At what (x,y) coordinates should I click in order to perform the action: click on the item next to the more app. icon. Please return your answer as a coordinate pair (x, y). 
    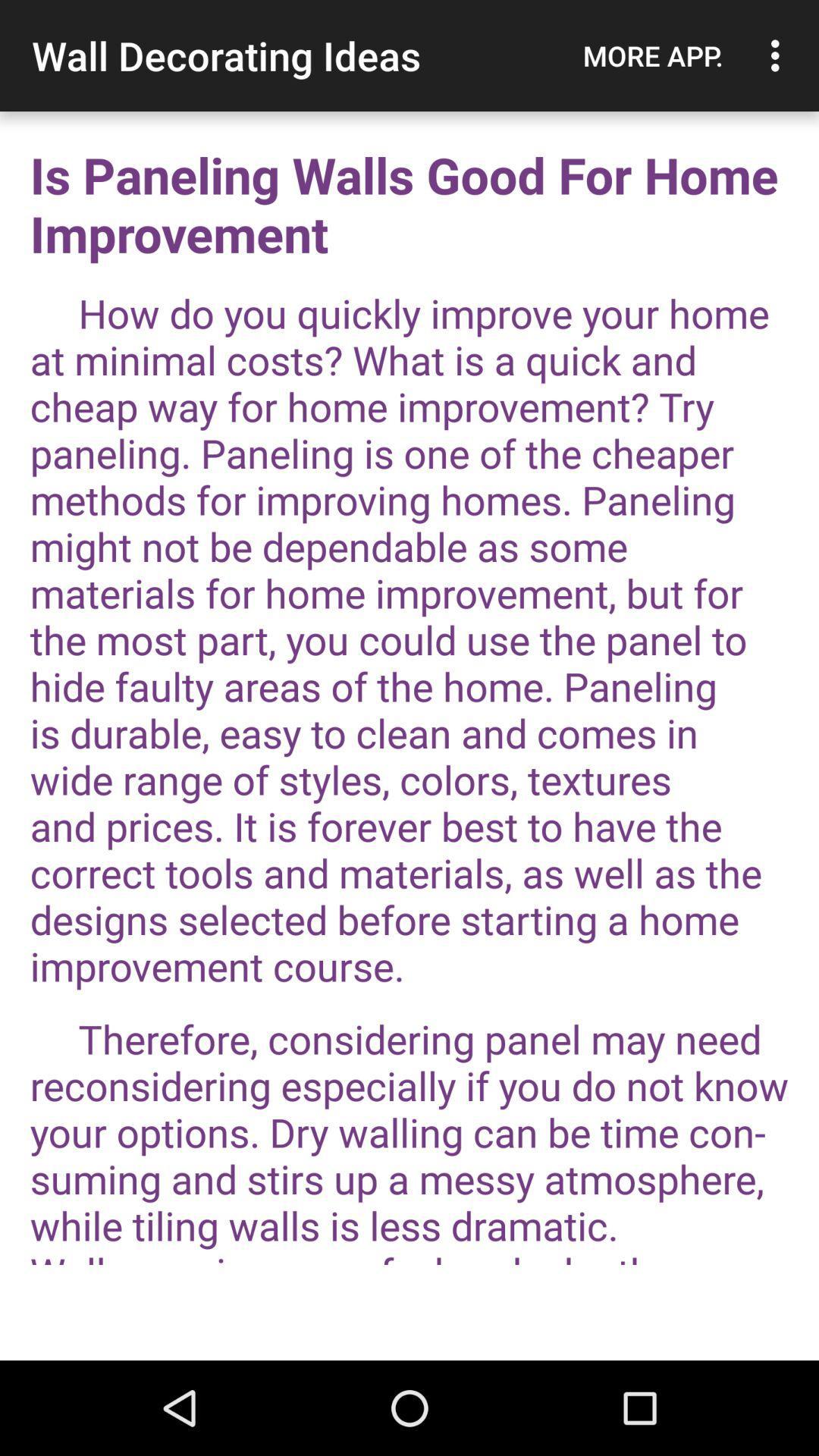
    Looking at the image, I should click on (779, 55).